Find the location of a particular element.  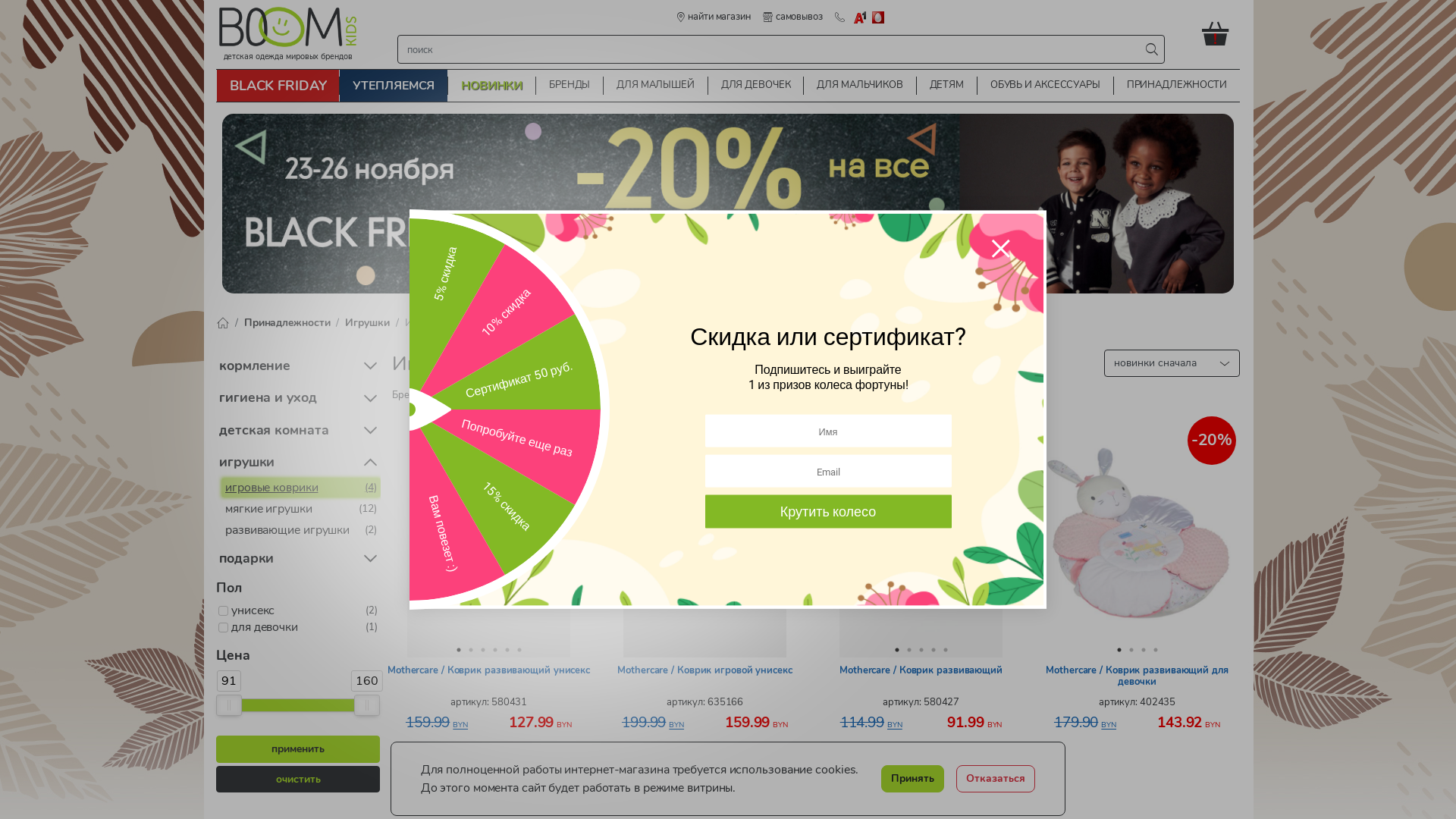

'3' is located at coordinates (1143, 648).